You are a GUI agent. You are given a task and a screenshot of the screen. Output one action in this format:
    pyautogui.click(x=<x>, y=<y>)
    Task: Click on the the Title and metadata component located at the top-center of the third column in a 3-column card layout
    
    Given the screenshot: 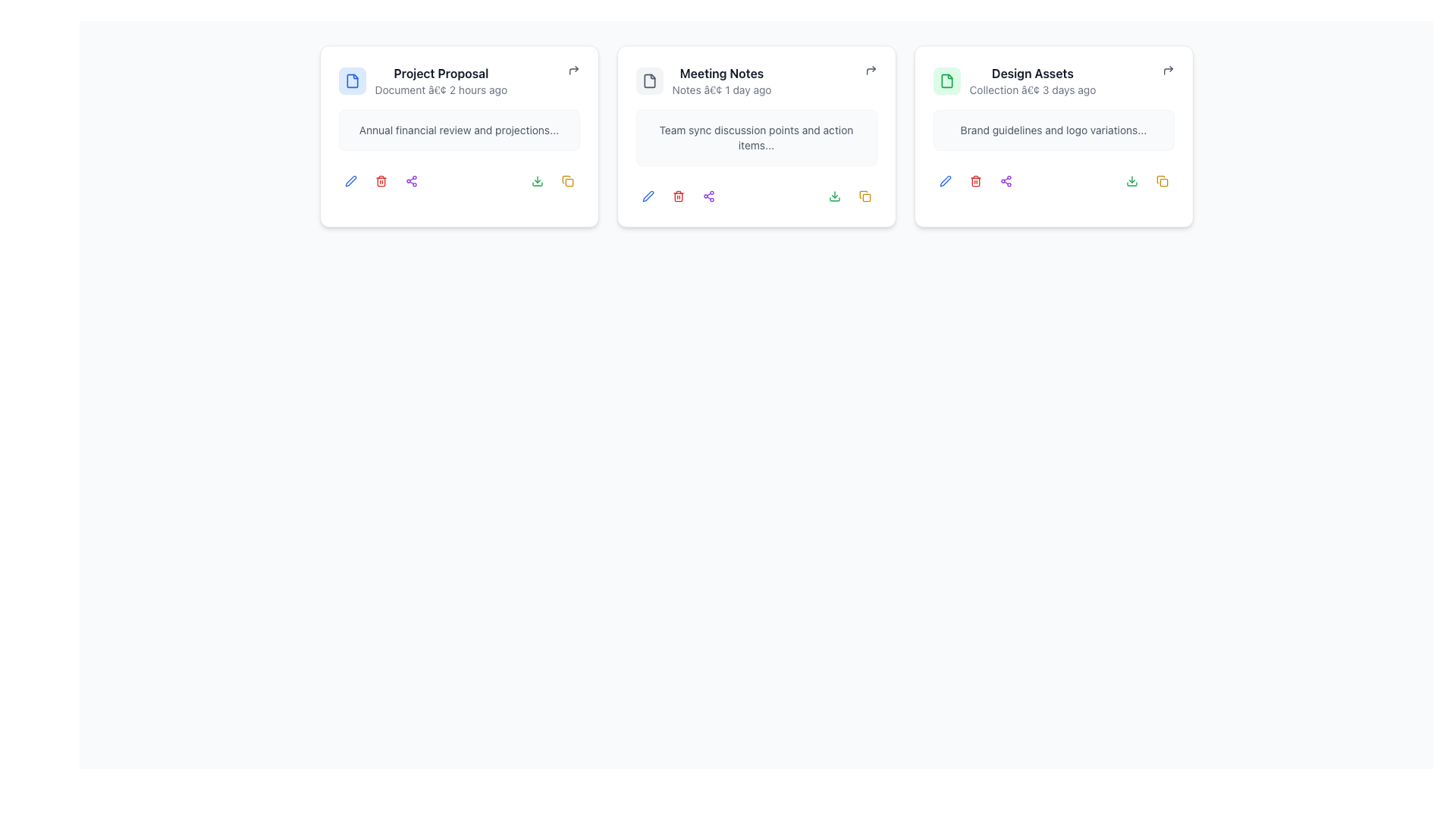 What is the action you would take?
    pyautogui.click(x=1053, y=81)
    